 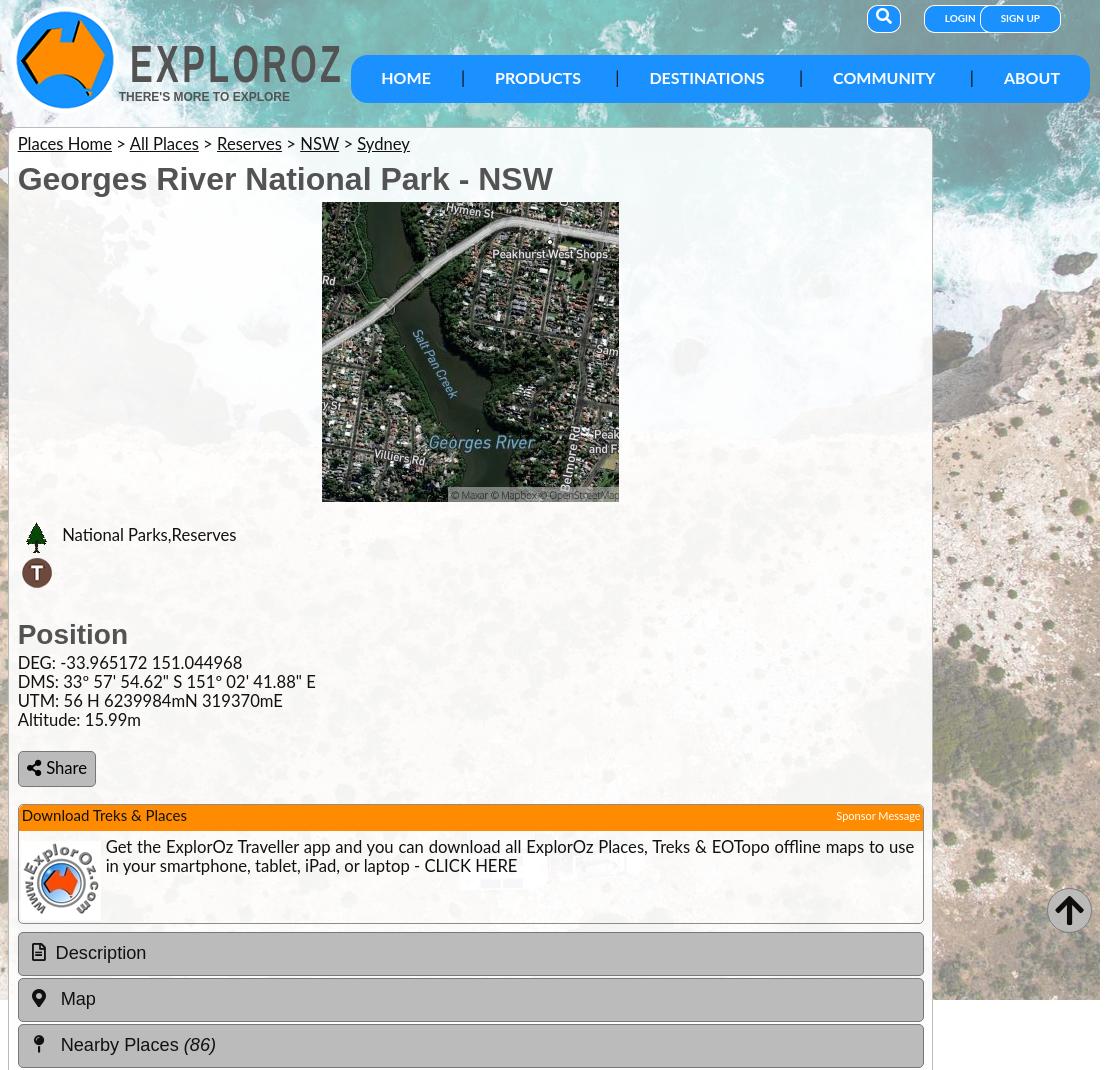 What do you see at coordinates (249, 144) in the screenshot?
I see `'Reserves'` at bounding box center [249, 144].